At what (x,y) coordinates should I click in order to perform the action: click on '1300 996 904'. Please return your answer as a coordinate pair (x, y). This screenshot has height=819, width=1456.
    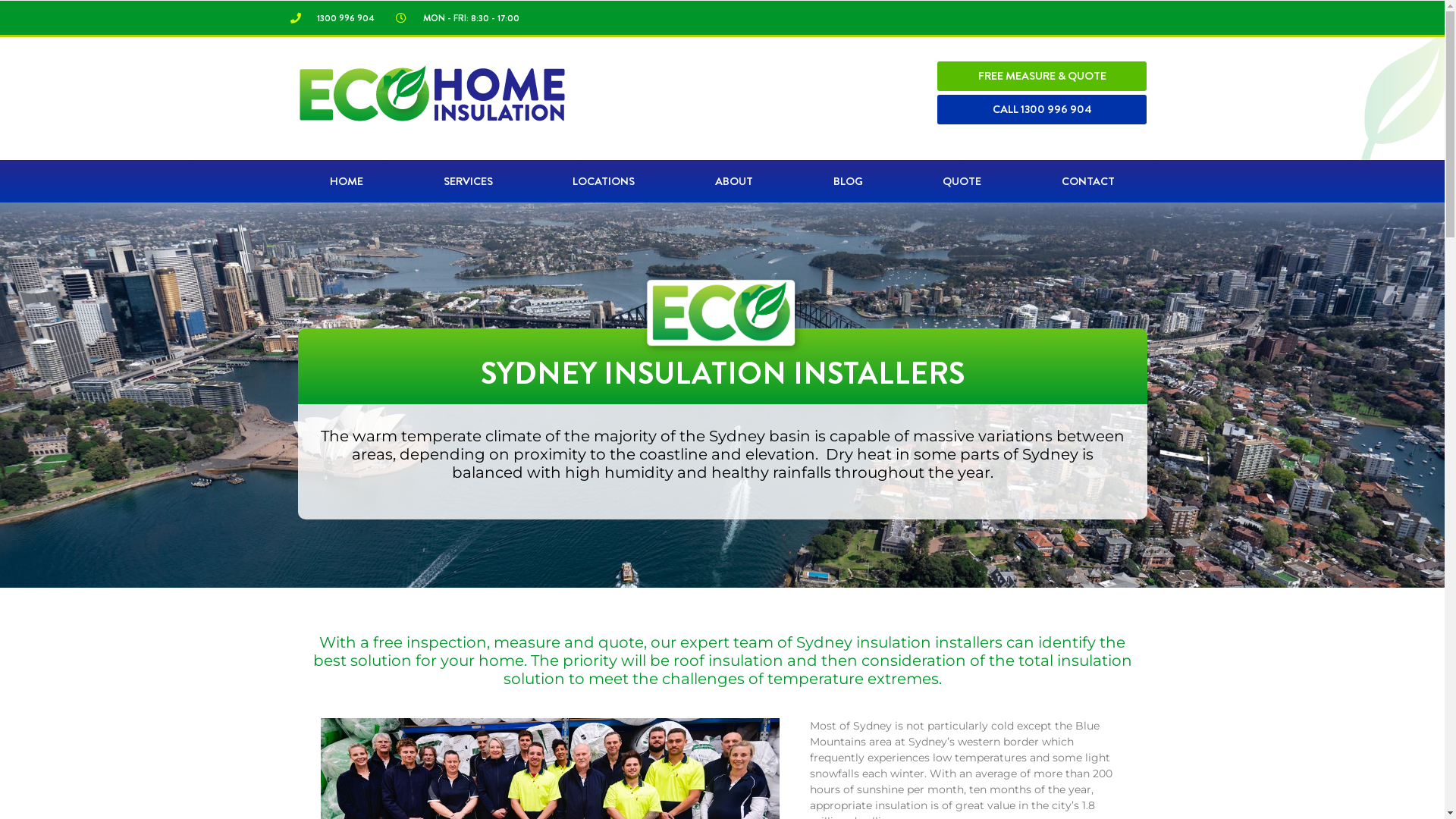
    Looking at the image, I should click on (331, 17).